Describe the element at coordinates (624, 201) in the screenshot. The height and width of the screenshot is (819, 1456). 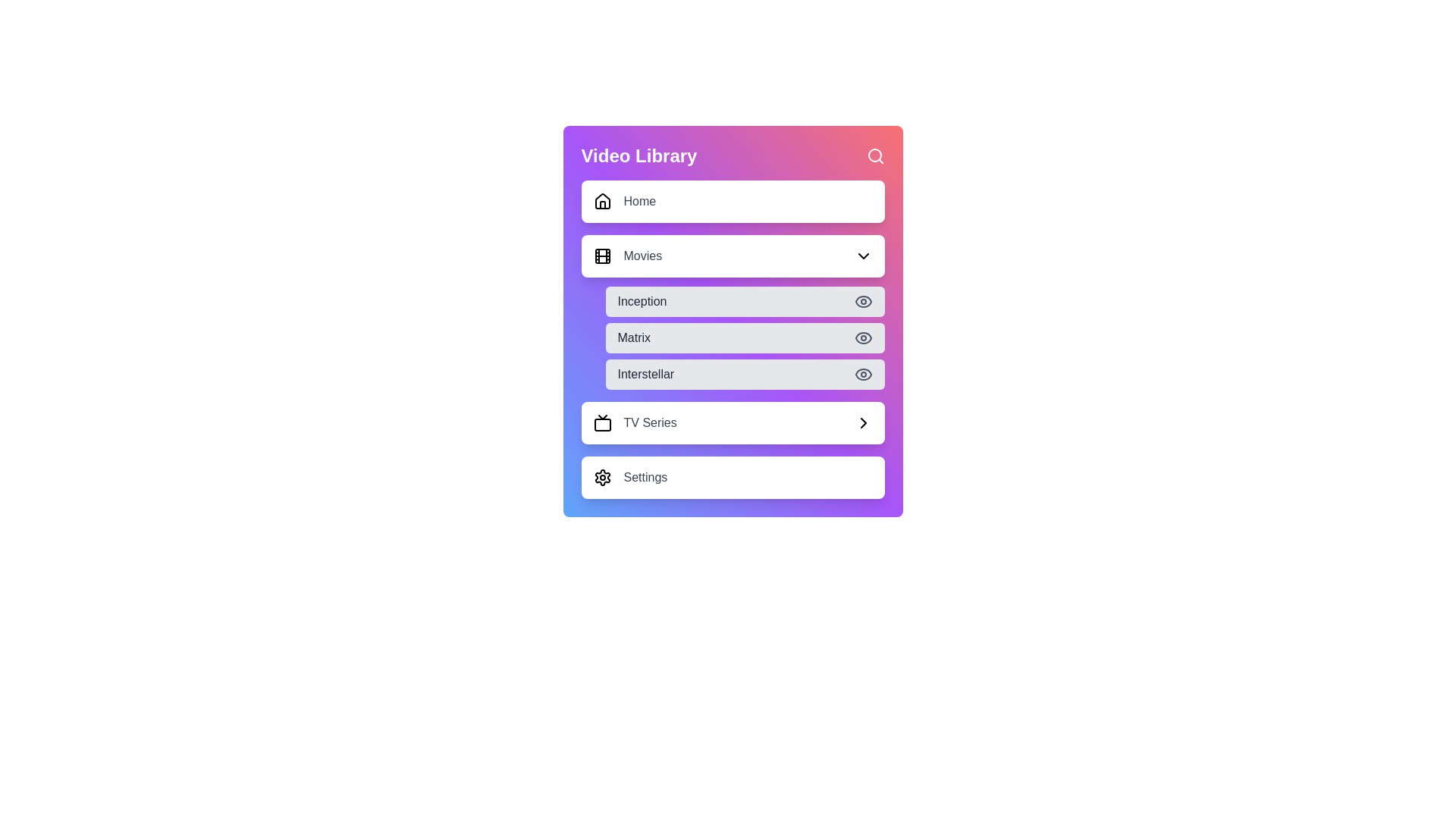
I see `the navigation item that takes the user back to the main section of the interface, located at the top of a visually separated card with a gradient background` at that location.